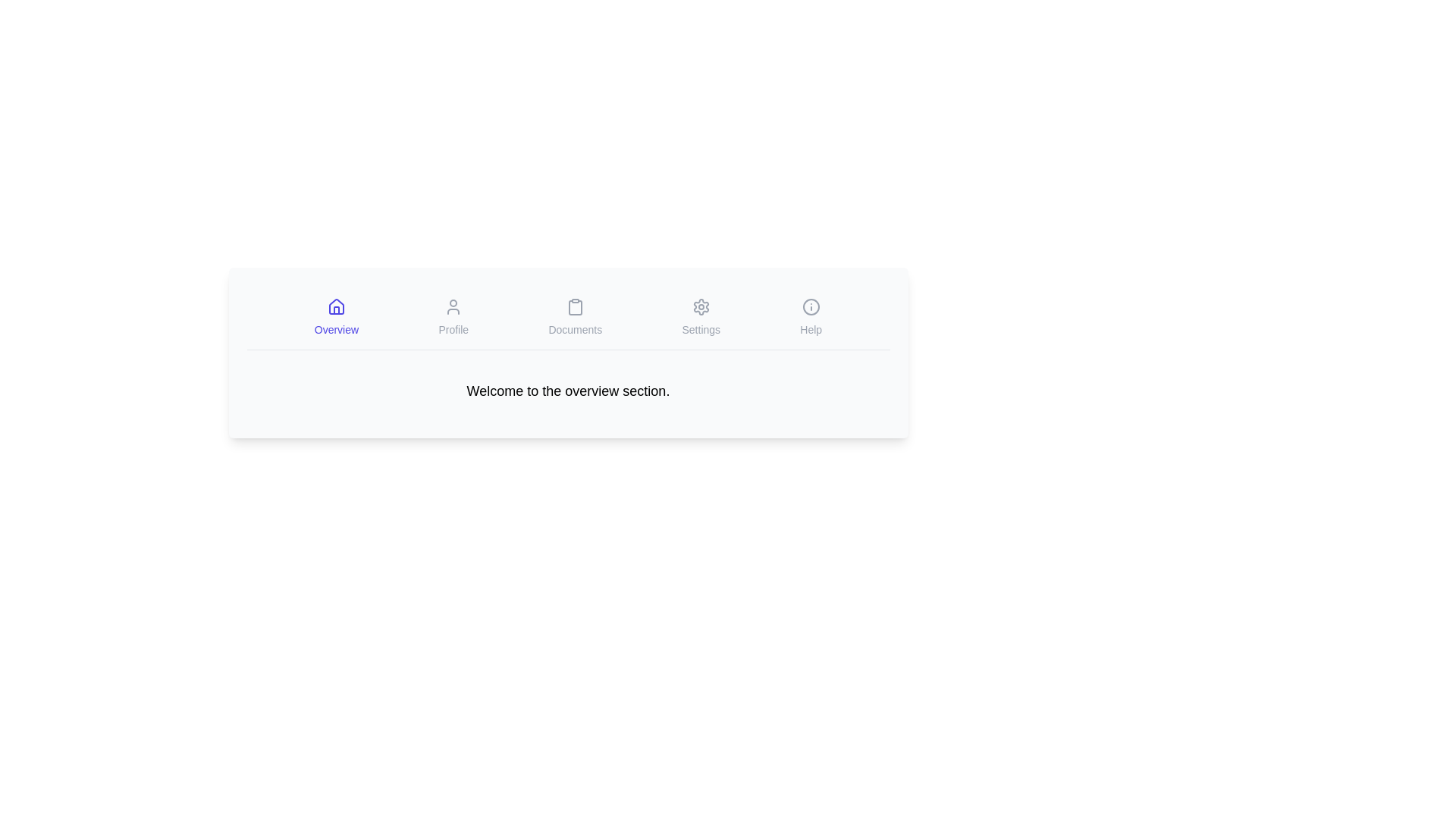  What do you see at coordinates (453, 317) in the screenshot?
I see `the interactive navigation tab that links to the user's profile section` at bounding box center [453, 317].